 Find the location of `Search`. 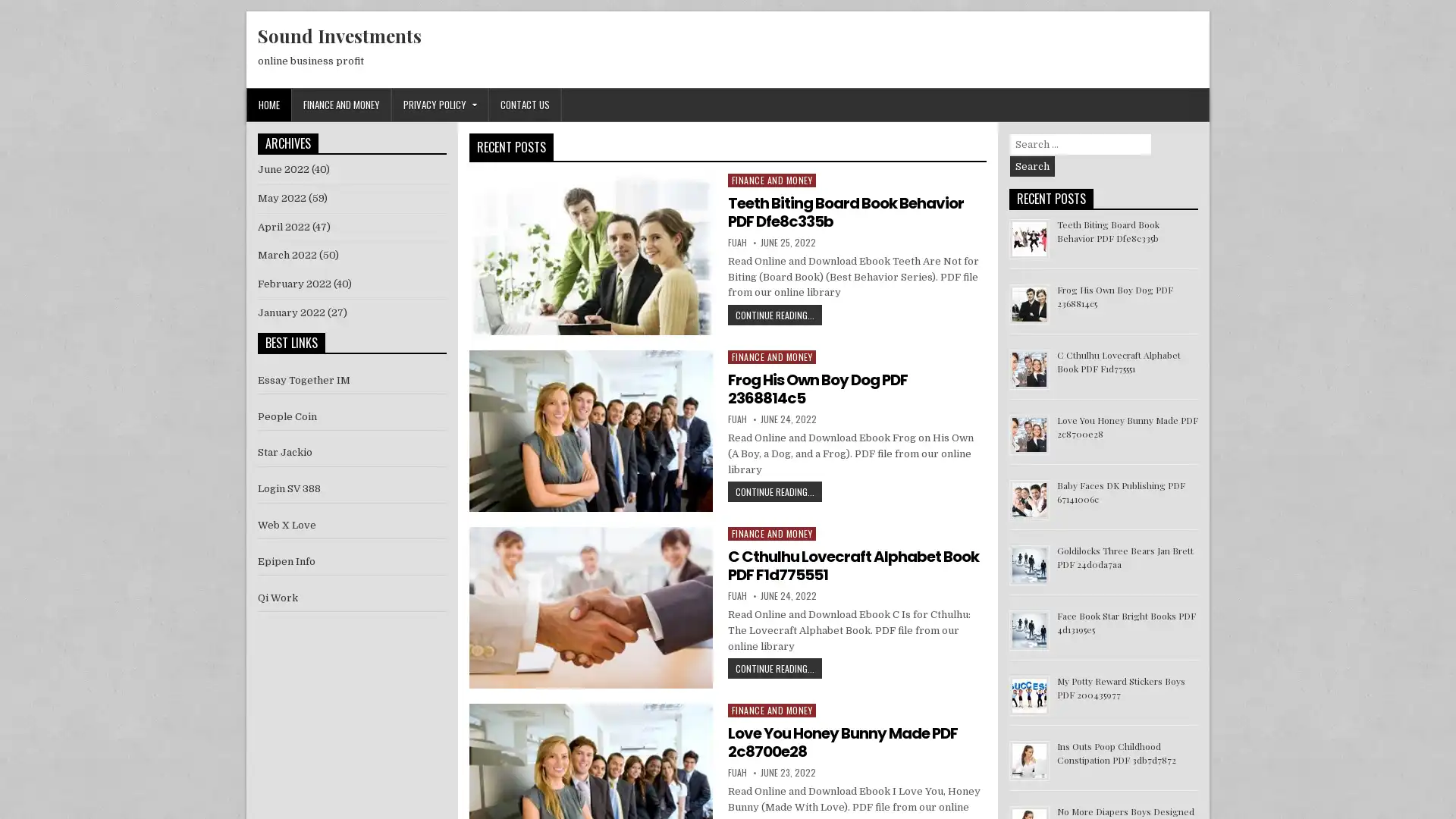

Search is located at coordinates (1031, 166).